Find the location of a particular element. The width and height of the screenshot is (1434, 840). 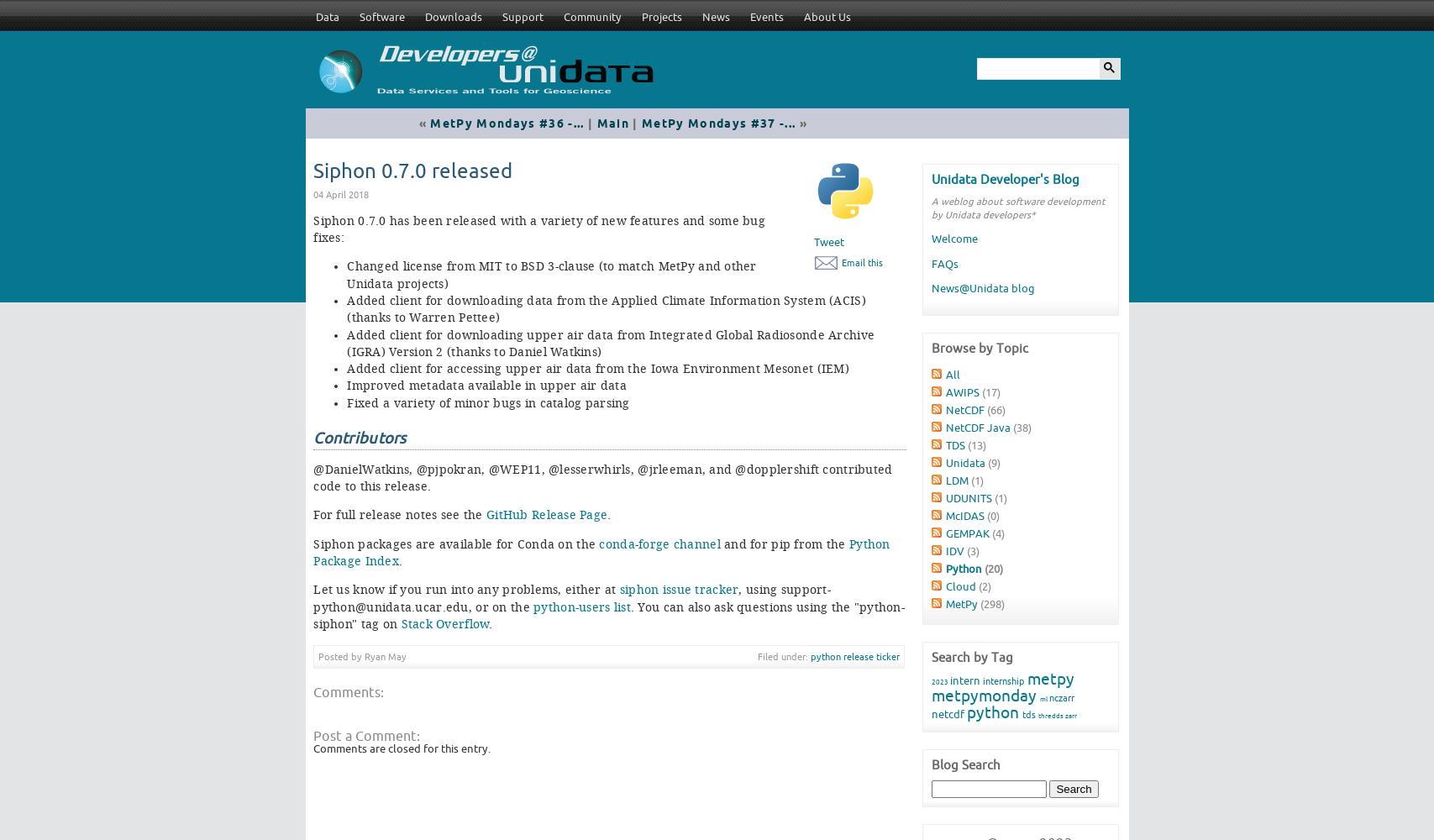

'Search' is located at coordinates (1073, 788).